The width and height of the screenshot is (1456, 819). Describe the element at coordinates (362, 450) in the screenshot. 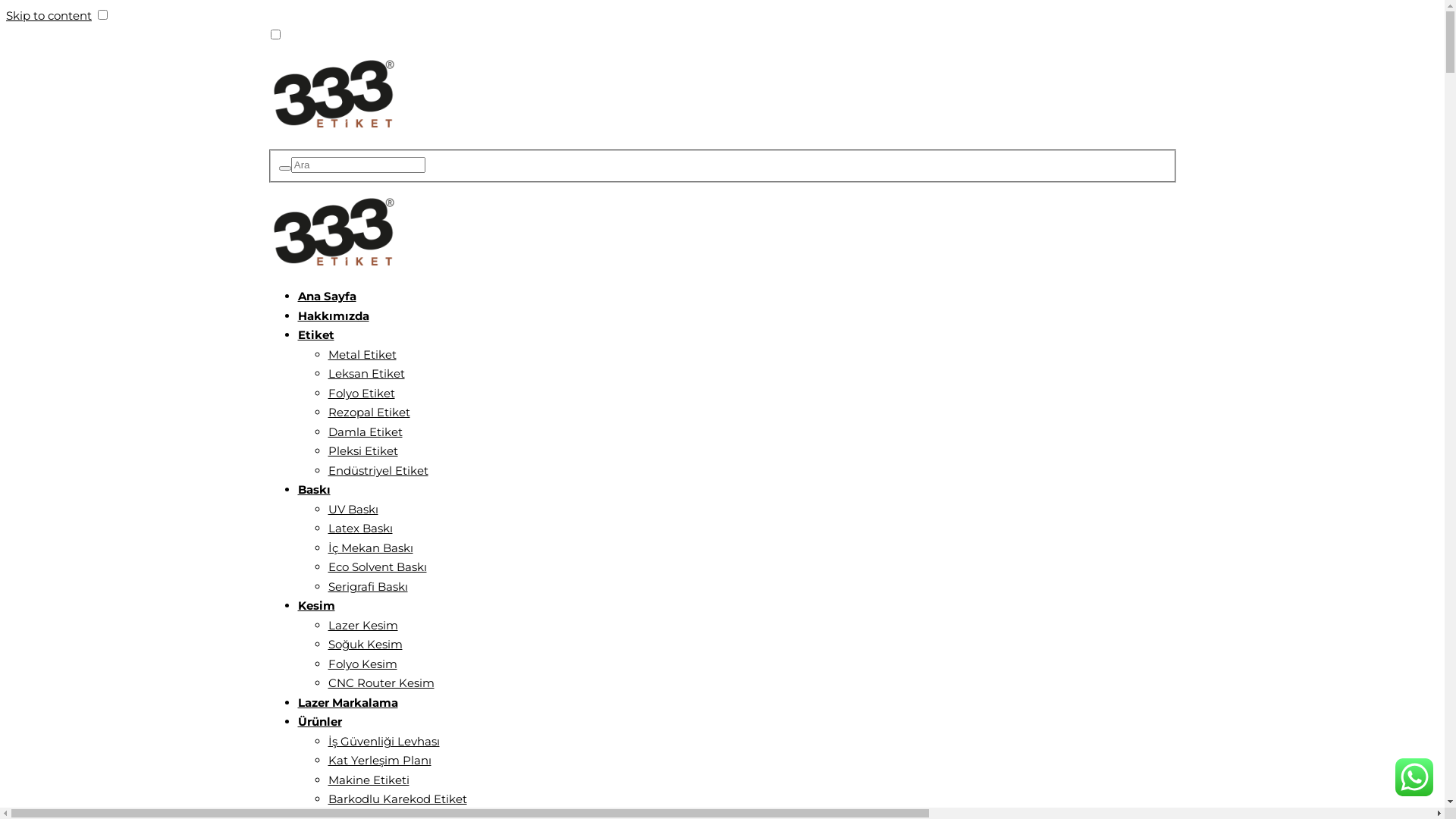

I see `'Pleksi Etiket'` at that location.